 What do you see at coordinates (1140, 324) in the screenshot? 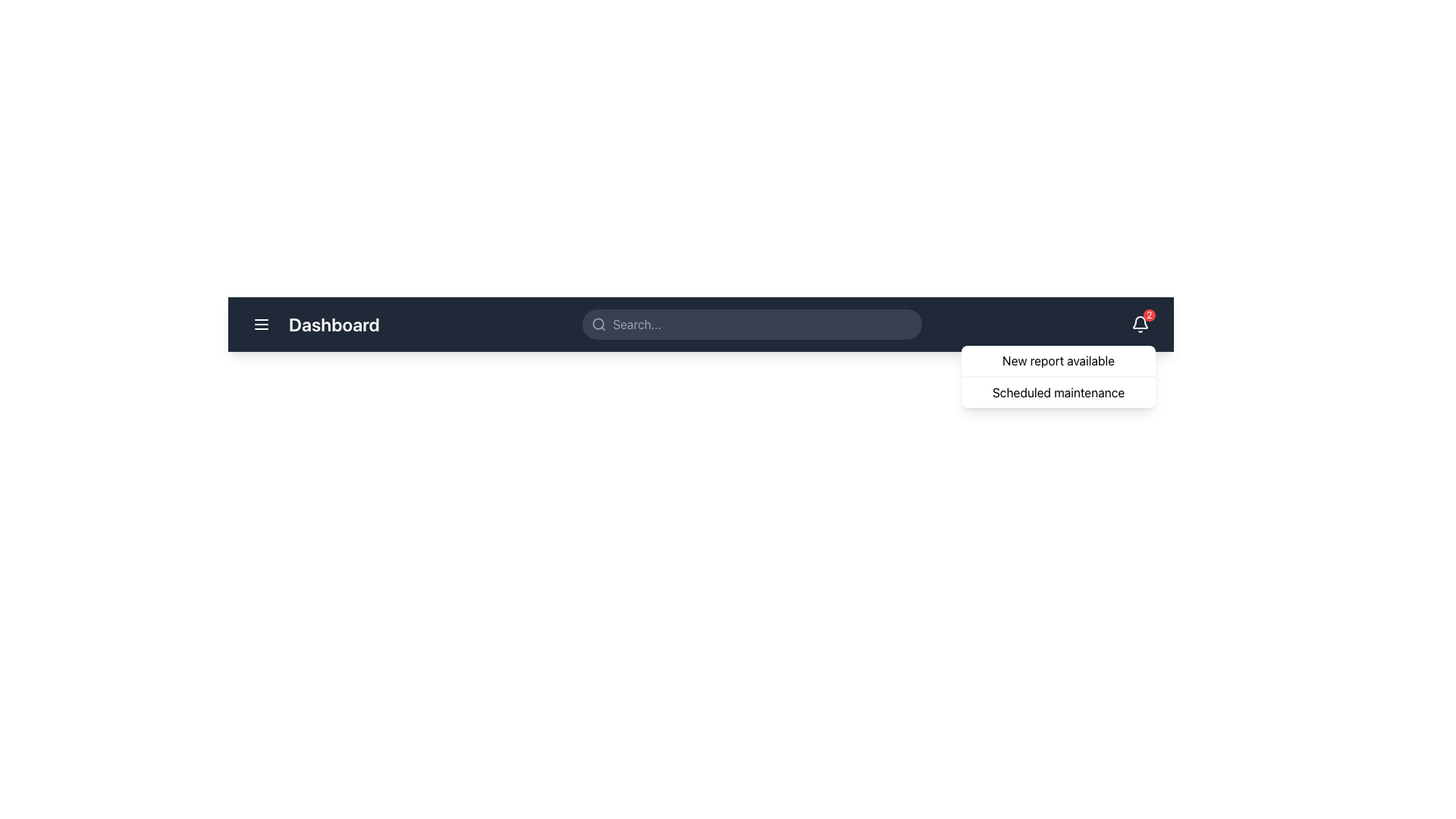
I see `the notification bell icon with a red badge indicating unread notifications` at bounding box center [1140, 324].